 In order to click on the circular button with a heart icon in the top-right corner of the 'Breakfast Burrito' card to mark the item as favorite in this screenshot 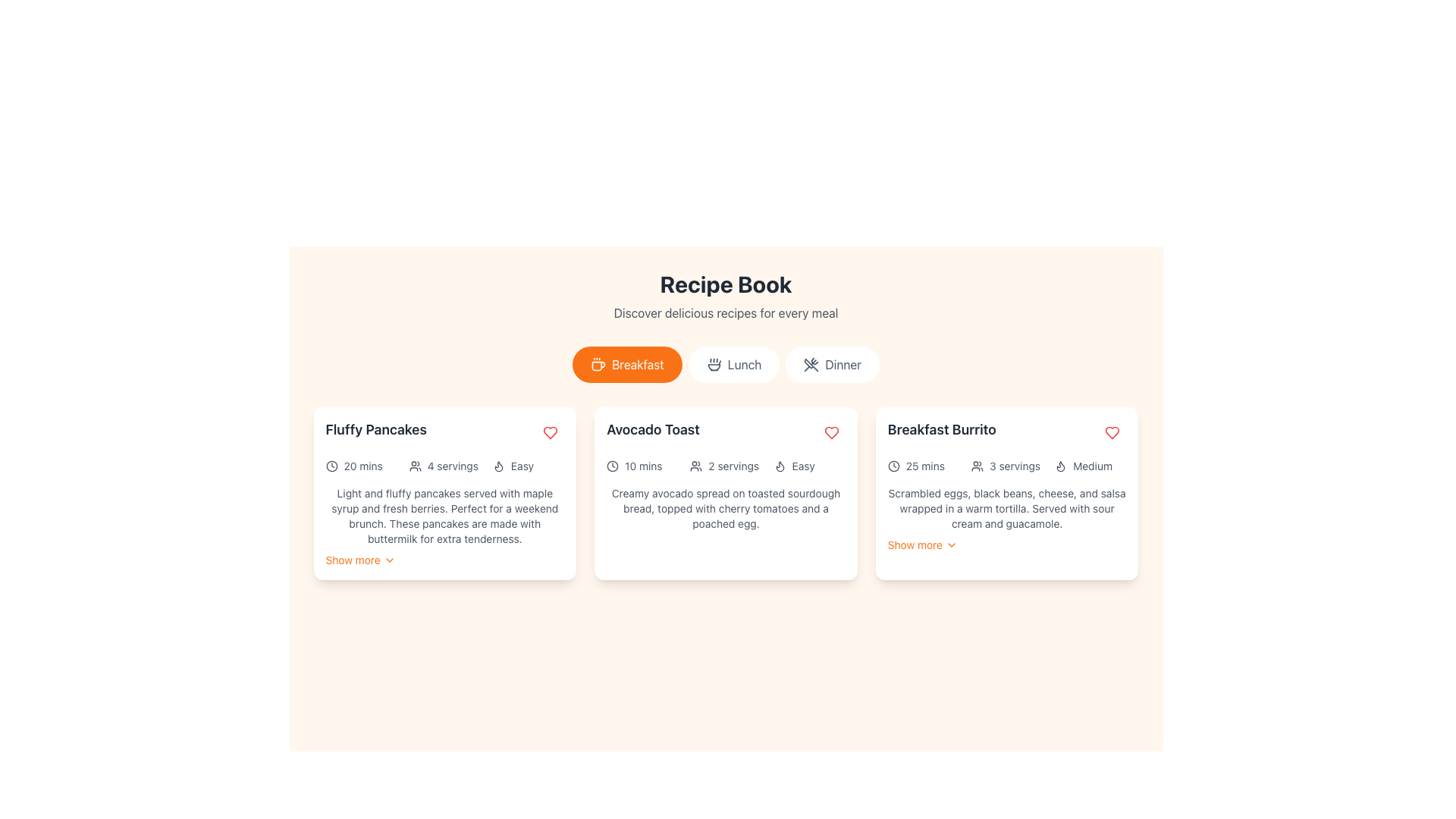, I will do `click(1112, 432)`.